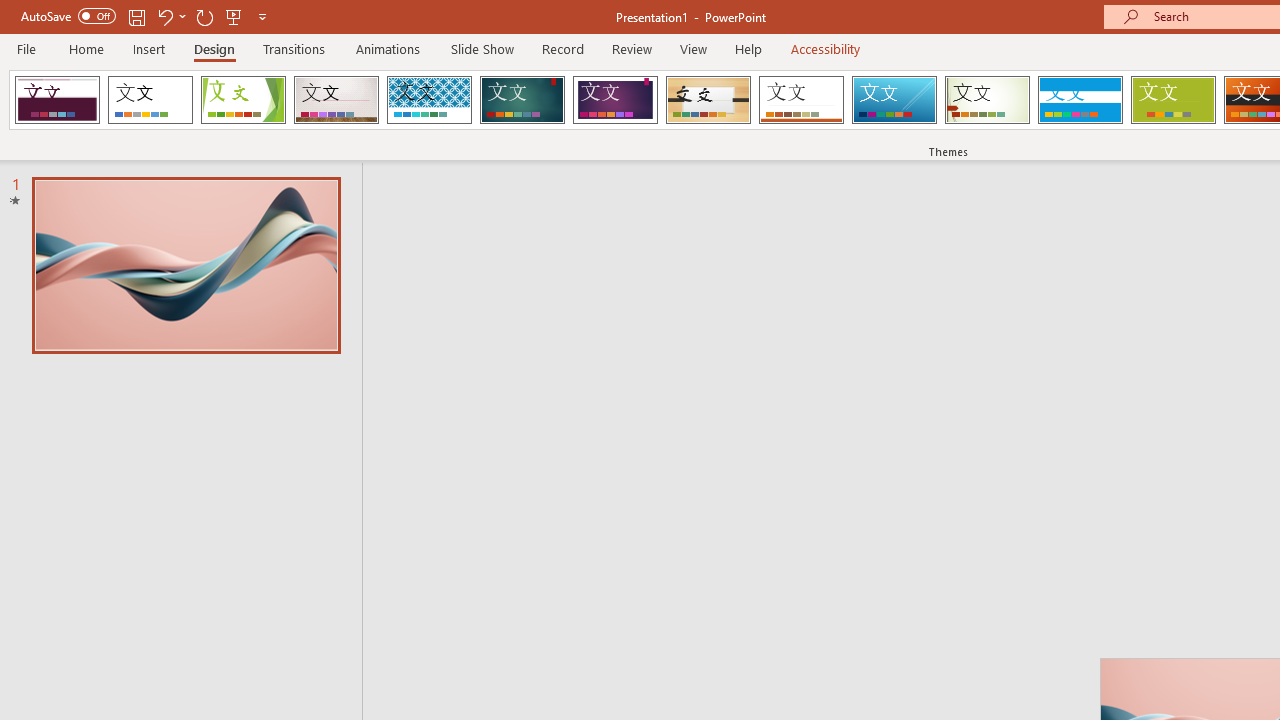  I want to click on 'Ion Boardroom', so click(614, 100).